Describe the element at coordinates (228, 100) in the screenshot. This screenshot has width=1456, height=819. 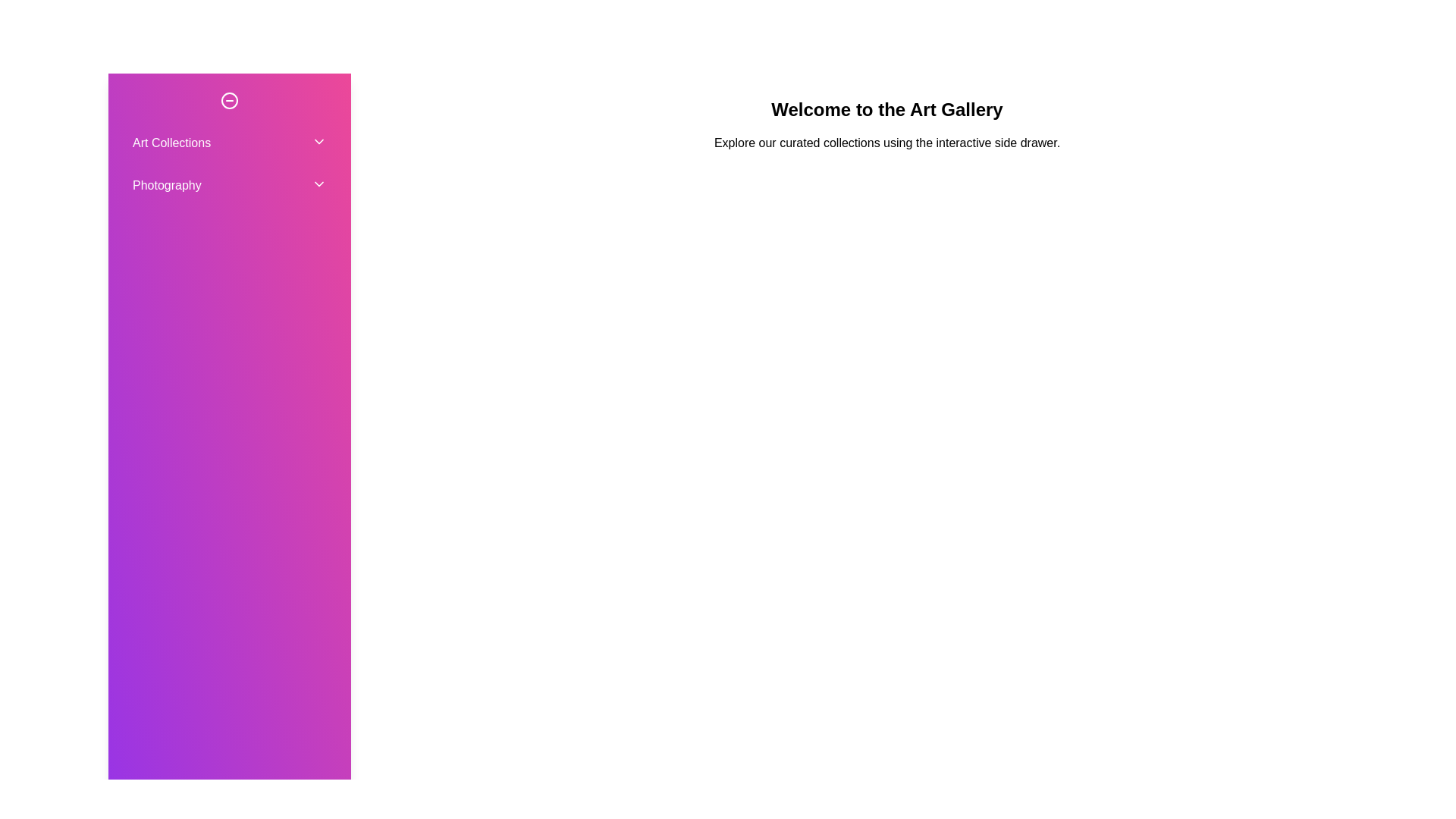
I see `the toggle button at the top of the drawer to change its state` at that location.